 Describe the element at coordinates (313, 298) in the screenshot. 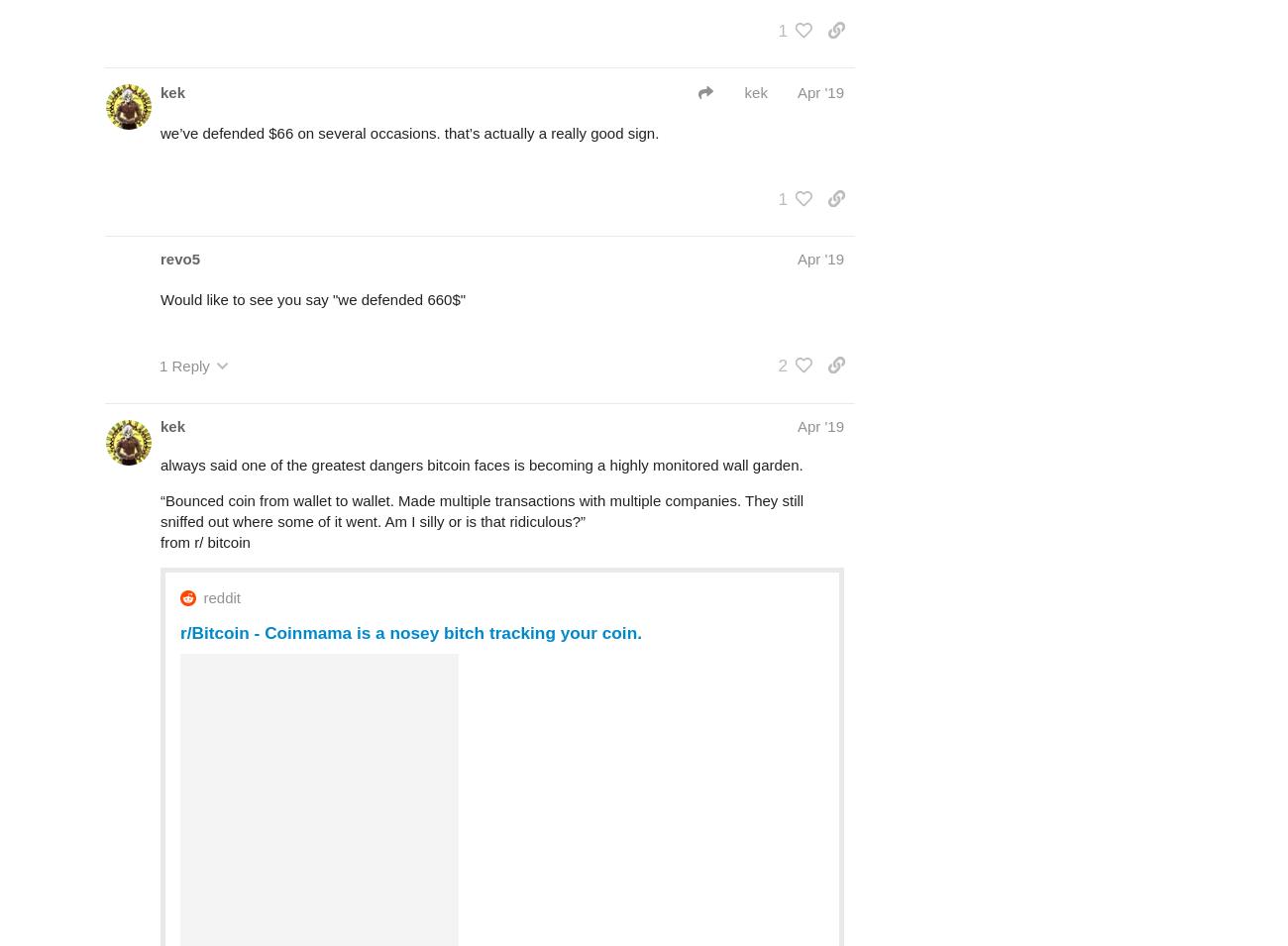

I see `'Would like to see you say "we defended 660$"'` at that location.